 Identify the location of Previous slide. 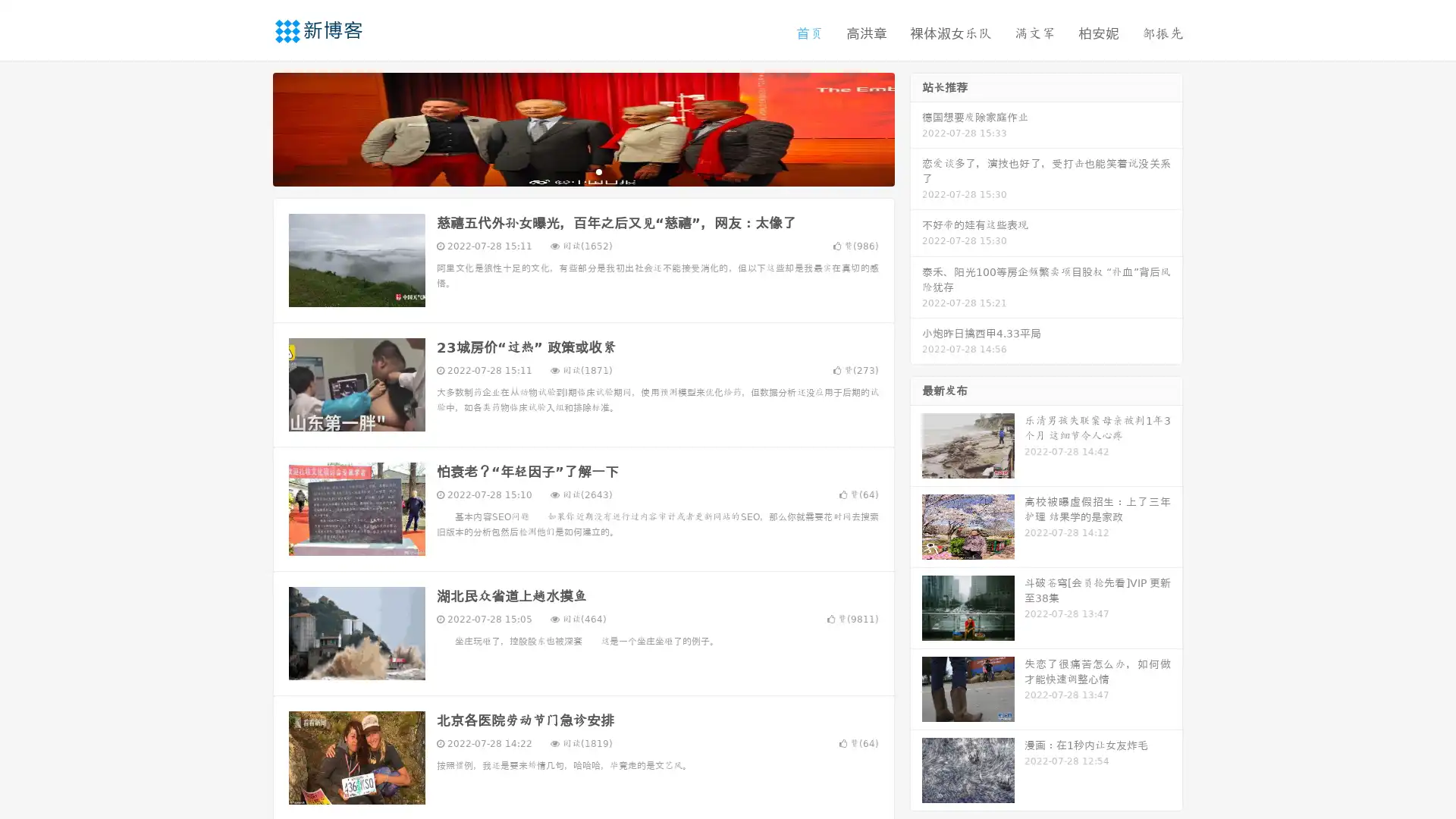
(250, 127).